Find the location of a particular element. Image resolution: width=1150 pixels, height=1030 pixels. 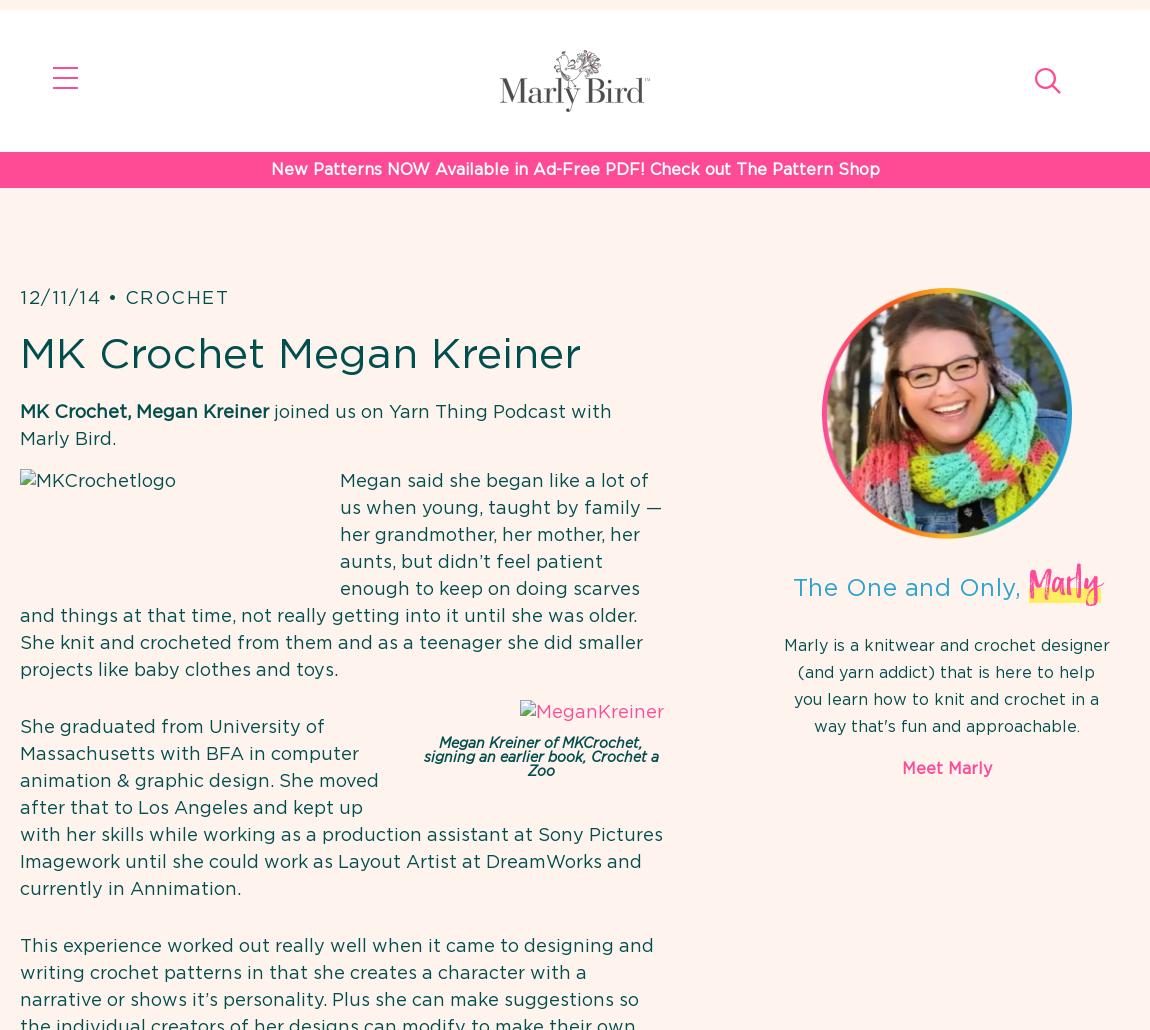

'Megan Kreiner of MKCrochet, signing an earlier book, Crochet a Zoo' is located at coordinates (422, 757).